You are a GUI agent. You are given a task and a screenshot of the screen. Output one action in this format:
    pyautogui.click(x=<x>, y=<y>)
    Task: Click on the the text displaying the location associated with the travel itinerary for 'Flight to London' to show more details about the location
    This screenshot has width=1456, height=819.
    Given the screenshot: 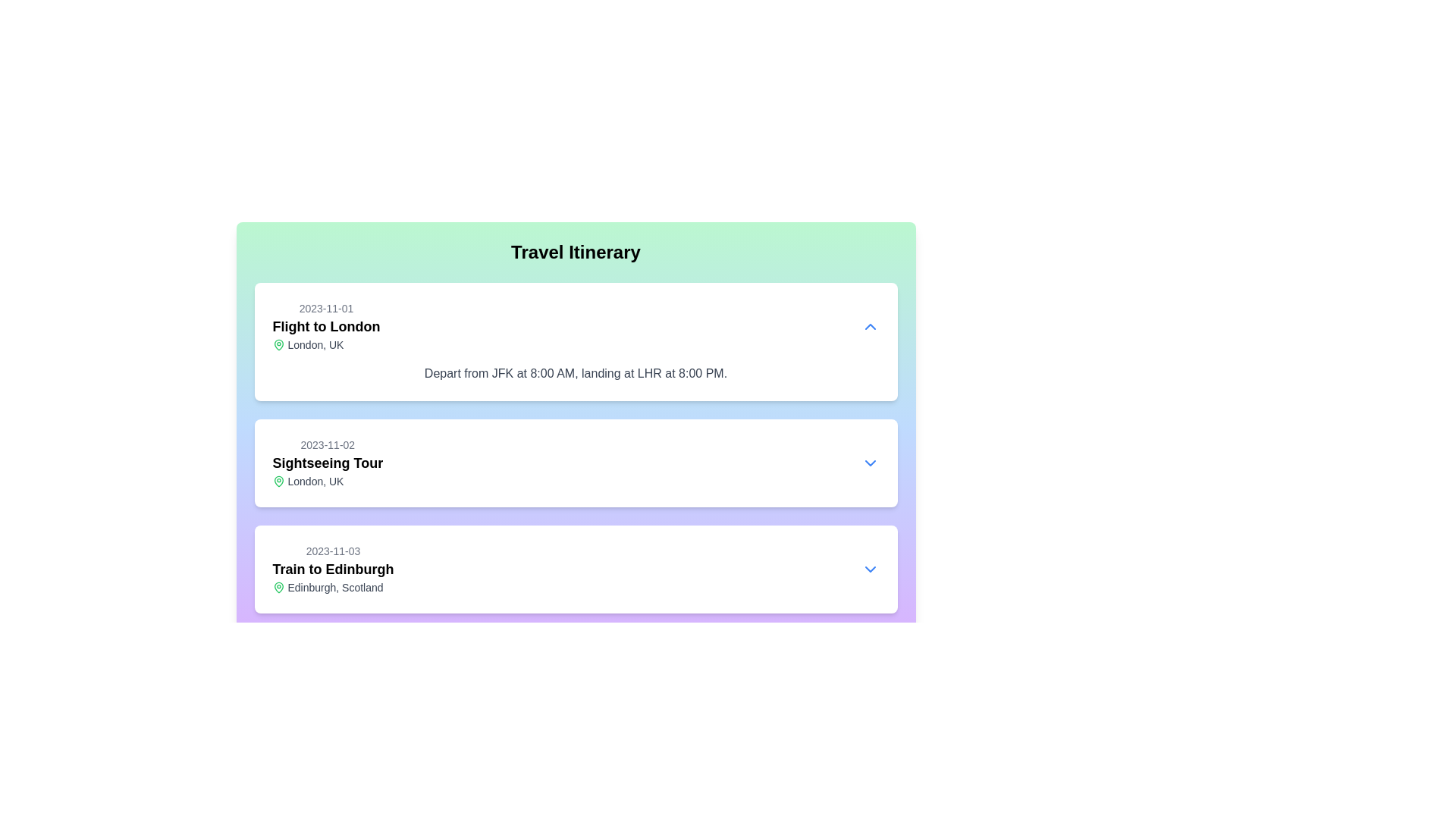 What is the action you would take?
    pyautogui.click(x=325, y=345)
    